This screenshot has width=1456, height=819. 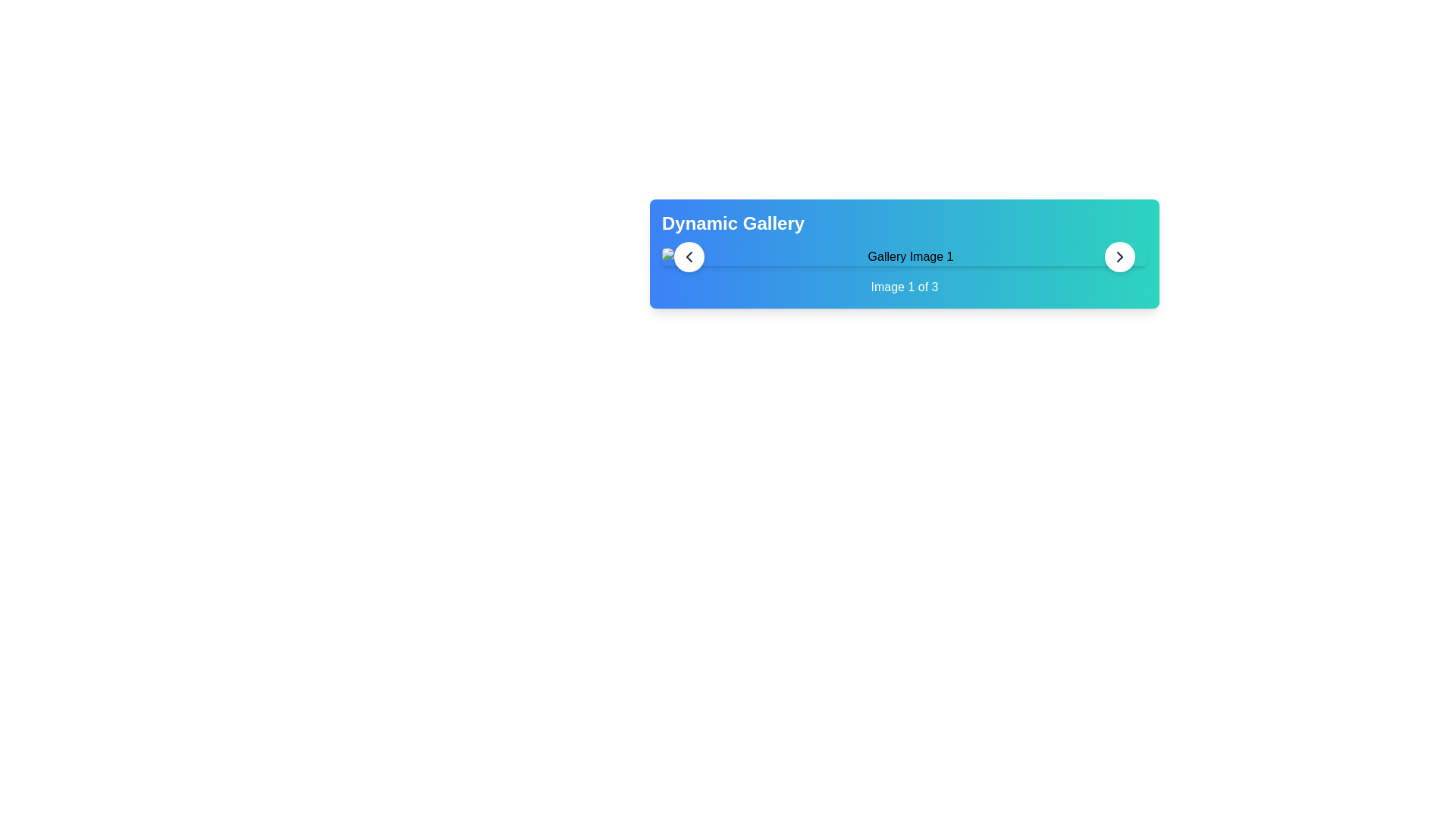 What do you see at coordinates (1120, 256) in the screenshot?
I see `the small black triangular arrow pointing to the right, which serves as the next or forward icon in the navigation of the gallery component` at bounding box center [1120, 256].